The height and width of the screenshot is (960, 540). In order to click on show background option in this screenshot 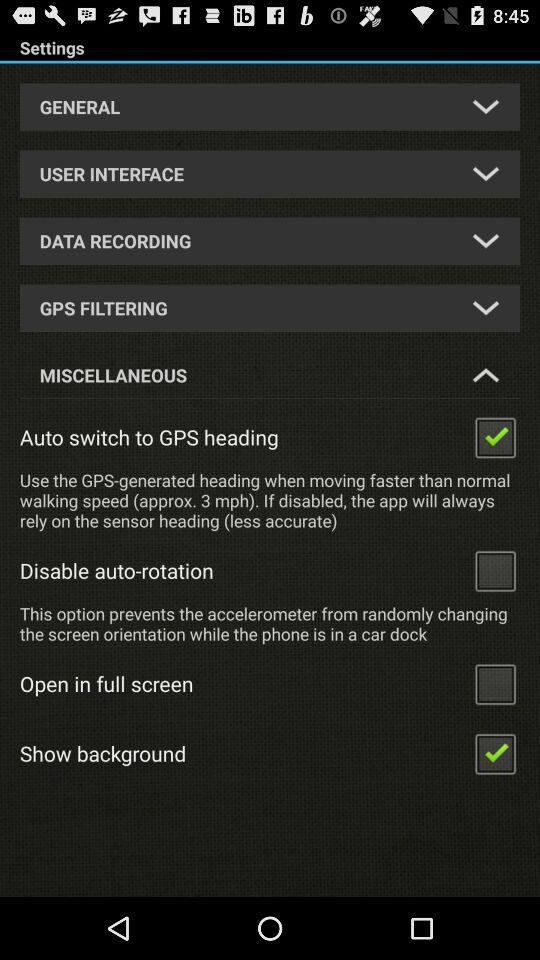, I will do `click(494, 752)`.